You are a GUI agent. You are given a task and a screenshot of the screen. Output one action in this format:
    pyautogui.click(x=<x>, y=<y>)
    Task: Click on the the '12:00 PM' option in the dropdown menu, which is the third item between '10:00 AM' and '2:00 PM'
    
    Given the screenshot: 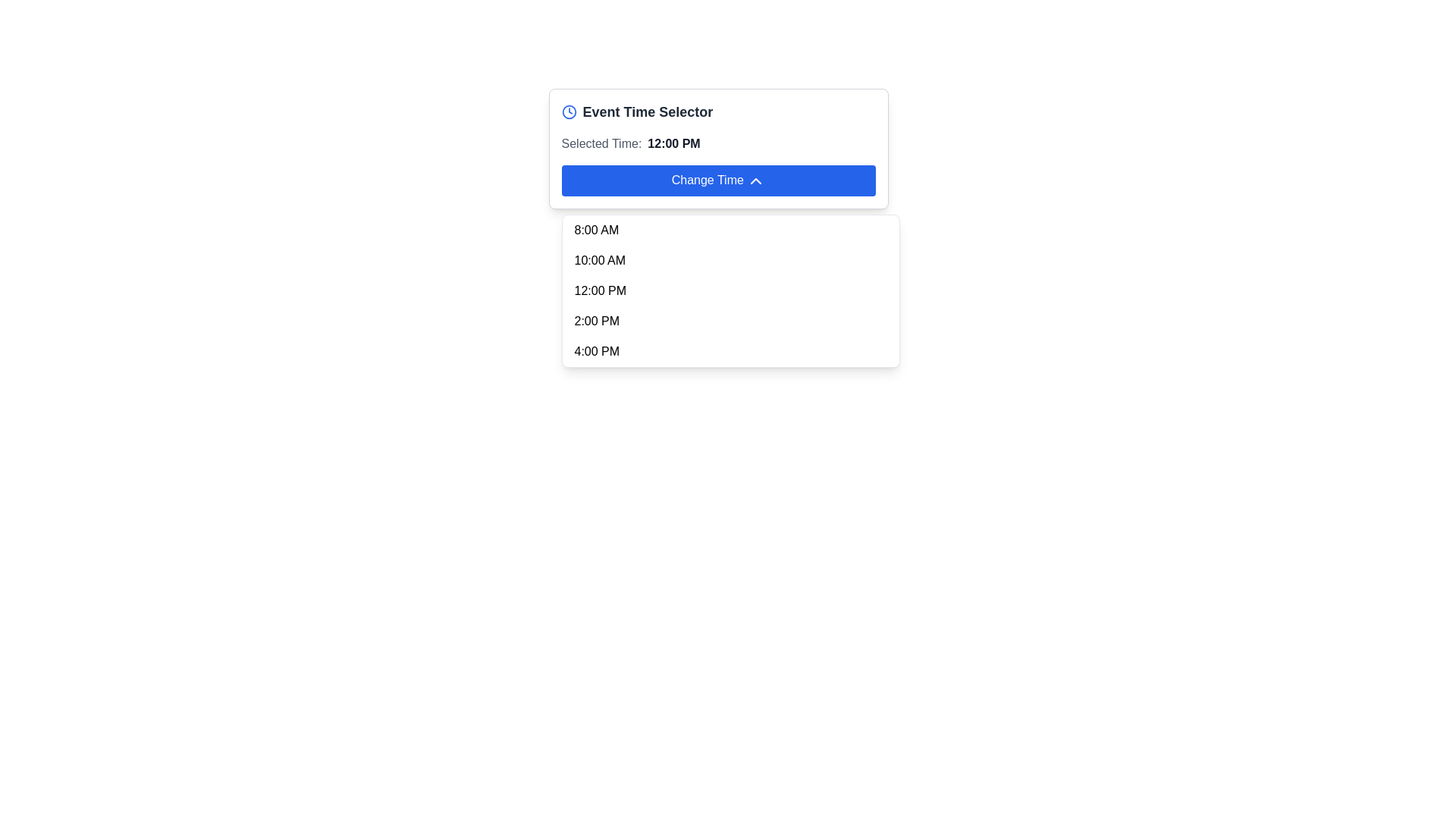 What is the action you would take?
    pyautogui.click(x=730, y=290)
    